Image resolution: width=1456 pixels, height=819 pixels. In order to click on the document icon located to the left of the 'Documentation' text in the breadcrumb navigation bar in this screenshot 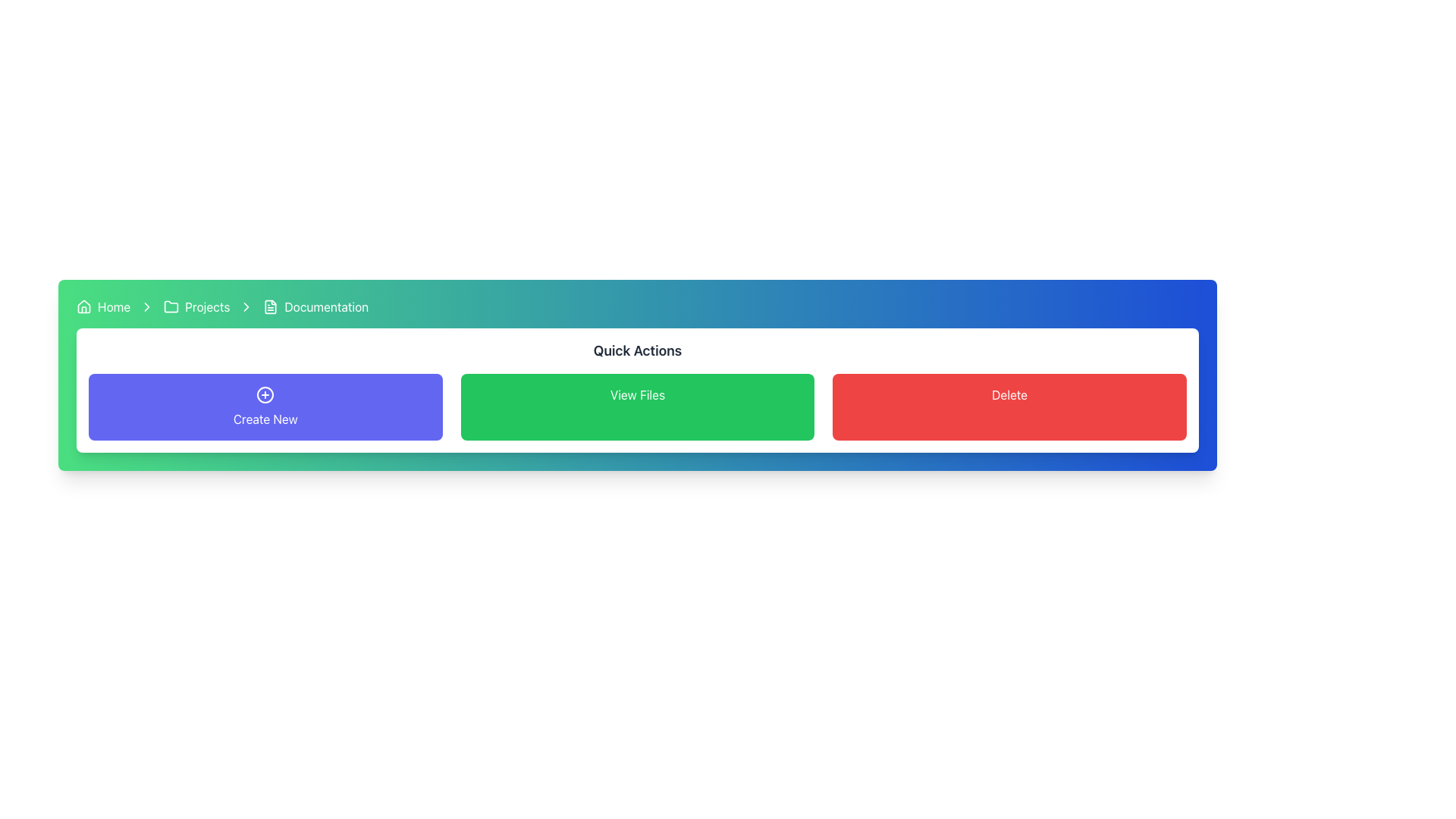, I will do `click(271, 307)`.